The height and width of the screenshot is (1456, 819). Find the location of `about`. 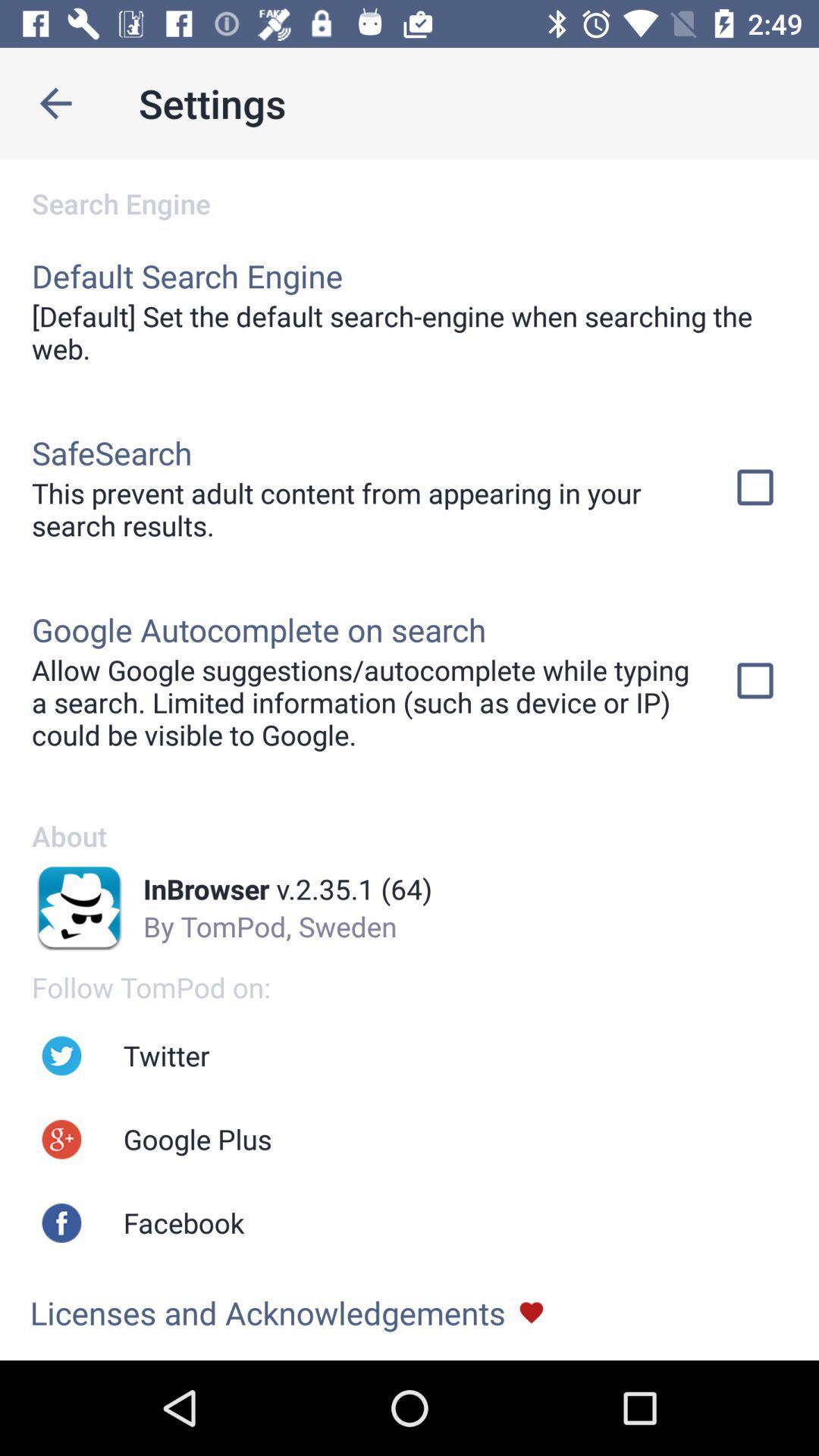

about is located at coordinates (409, 819).